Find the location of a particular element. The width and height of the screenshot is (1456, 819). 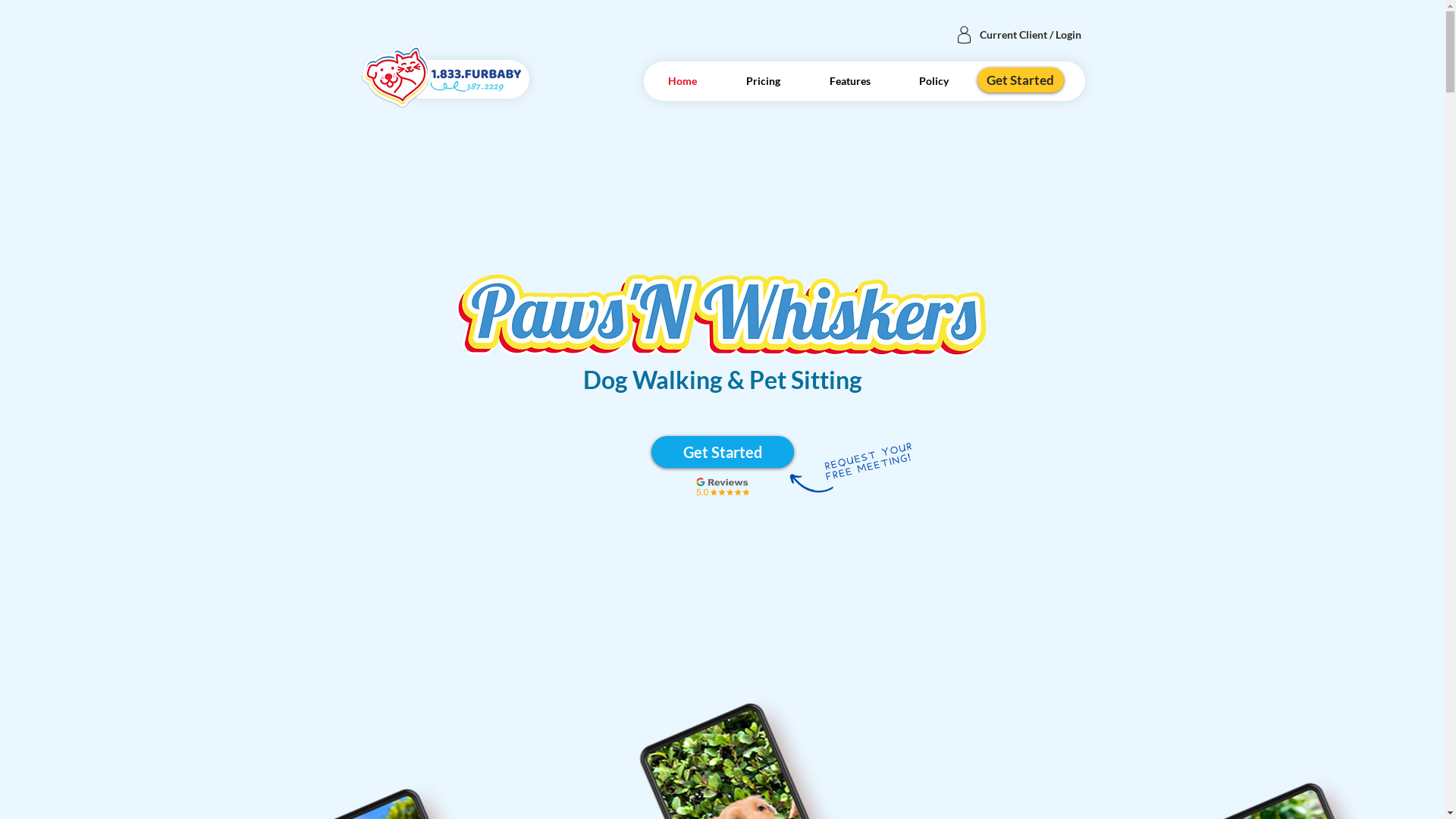

'Home' is located at coordinates (643, 80).